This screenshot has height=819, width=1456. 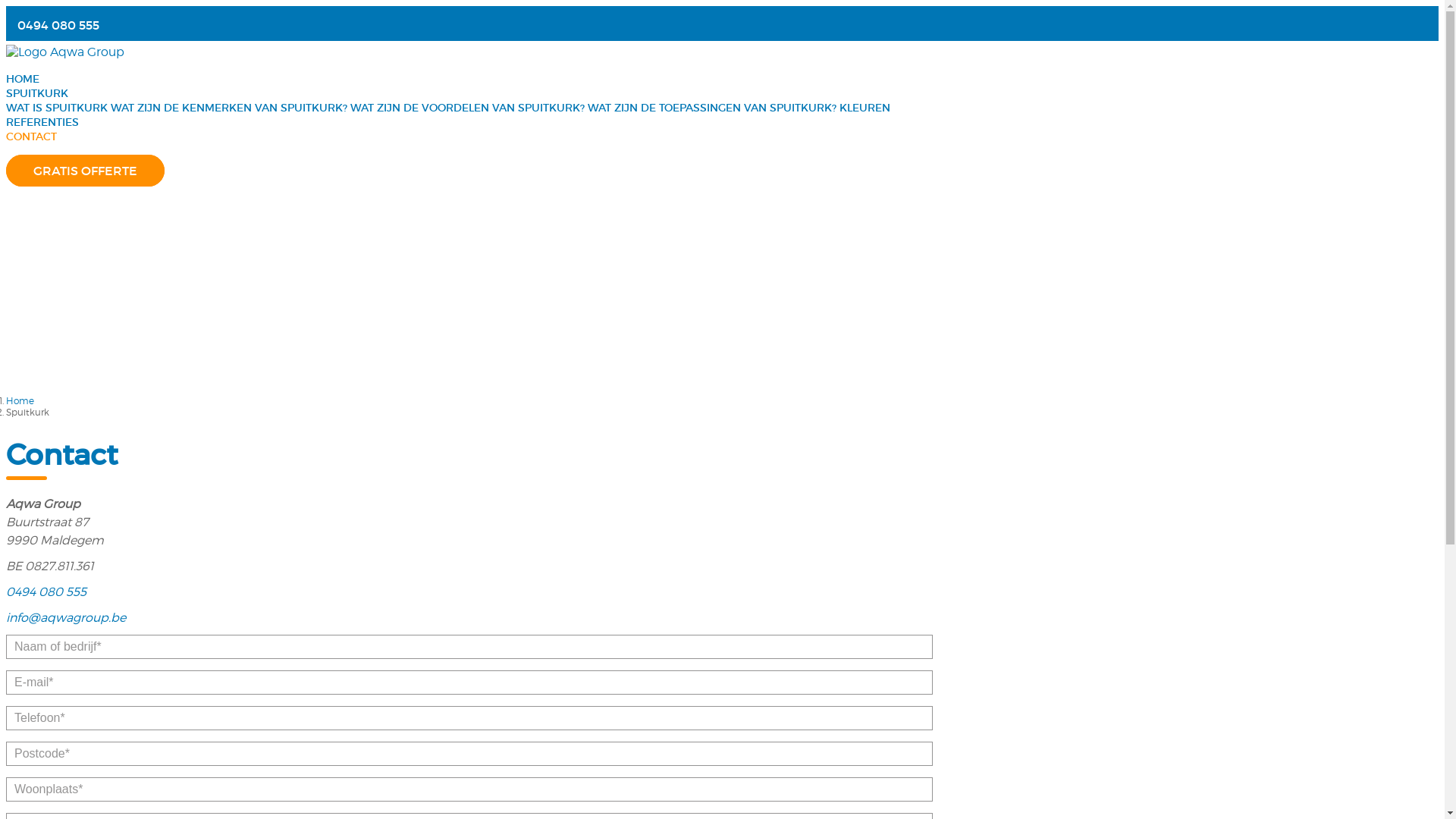 What do you see at coordinates (469, 789) in the screenshot?
I see `'Tik uw woonplaats in aub.'` at bounding box center [469, 789].